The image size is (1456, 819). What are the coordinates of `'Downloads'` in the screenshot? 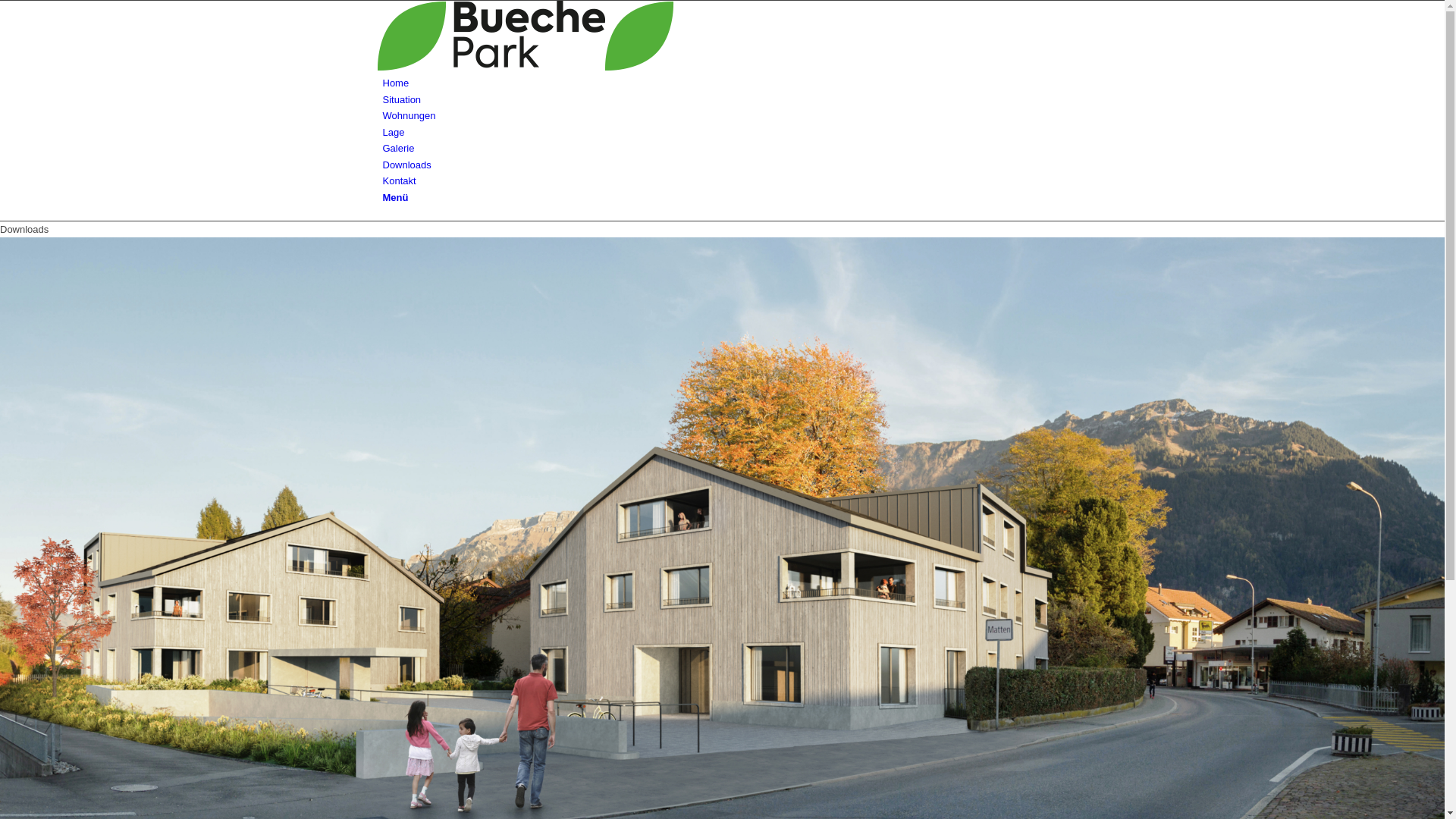 It's located at (382, 165).